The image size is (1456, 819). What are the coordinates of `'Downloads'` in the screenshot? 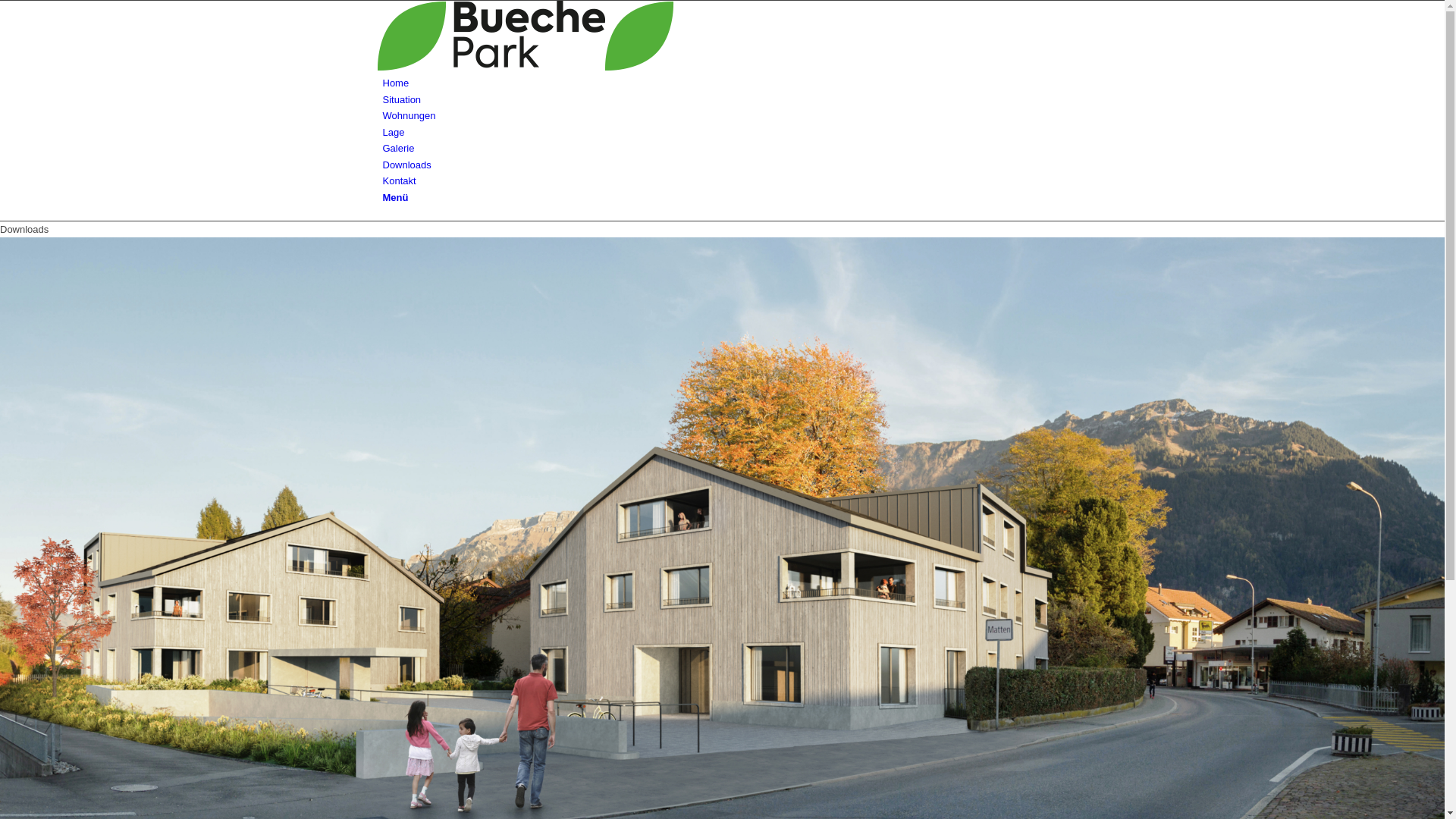 It's located at (382, 165).